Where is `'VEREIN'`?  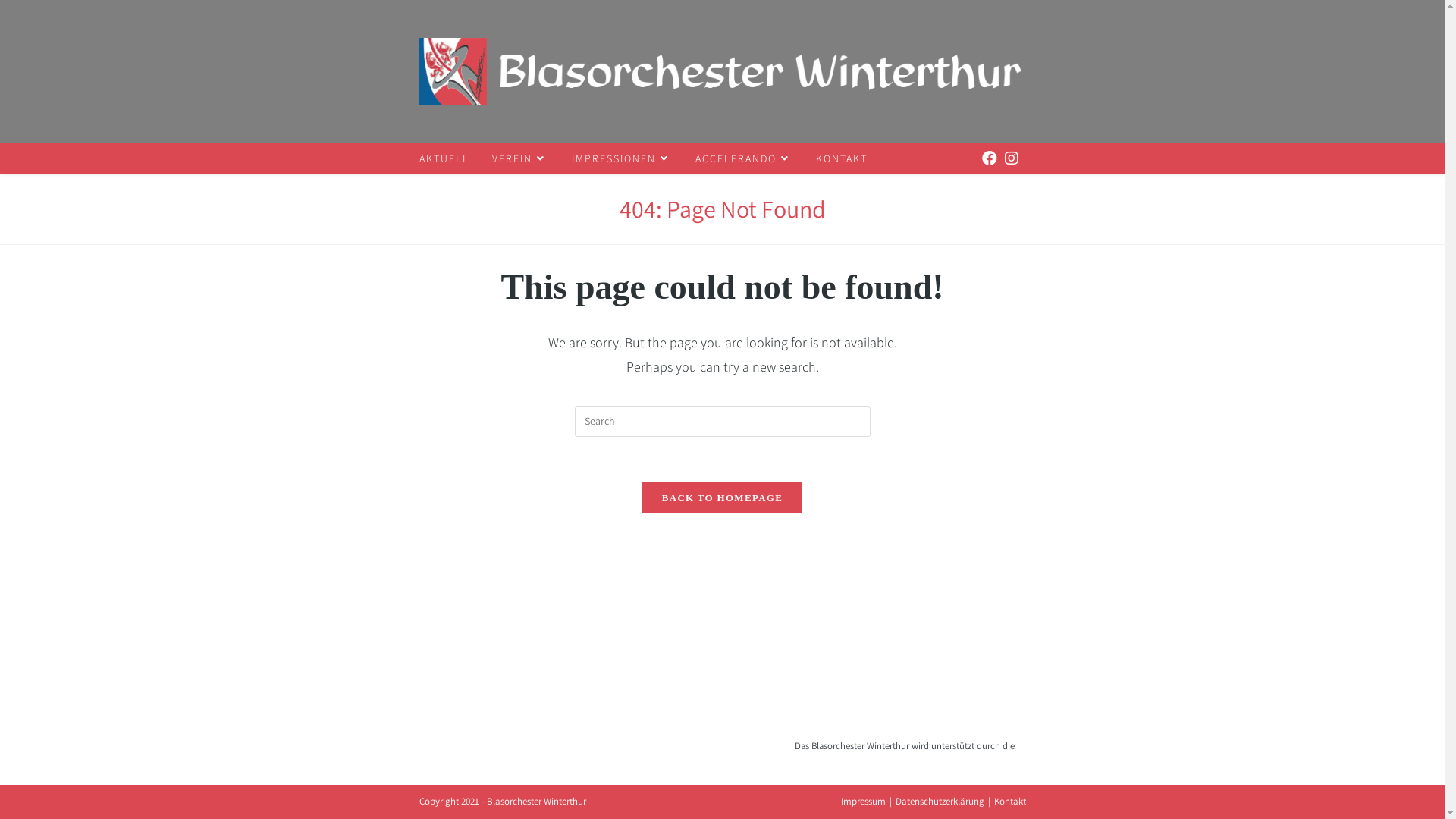
'VEREIN' is located at coordinates (520, 158).